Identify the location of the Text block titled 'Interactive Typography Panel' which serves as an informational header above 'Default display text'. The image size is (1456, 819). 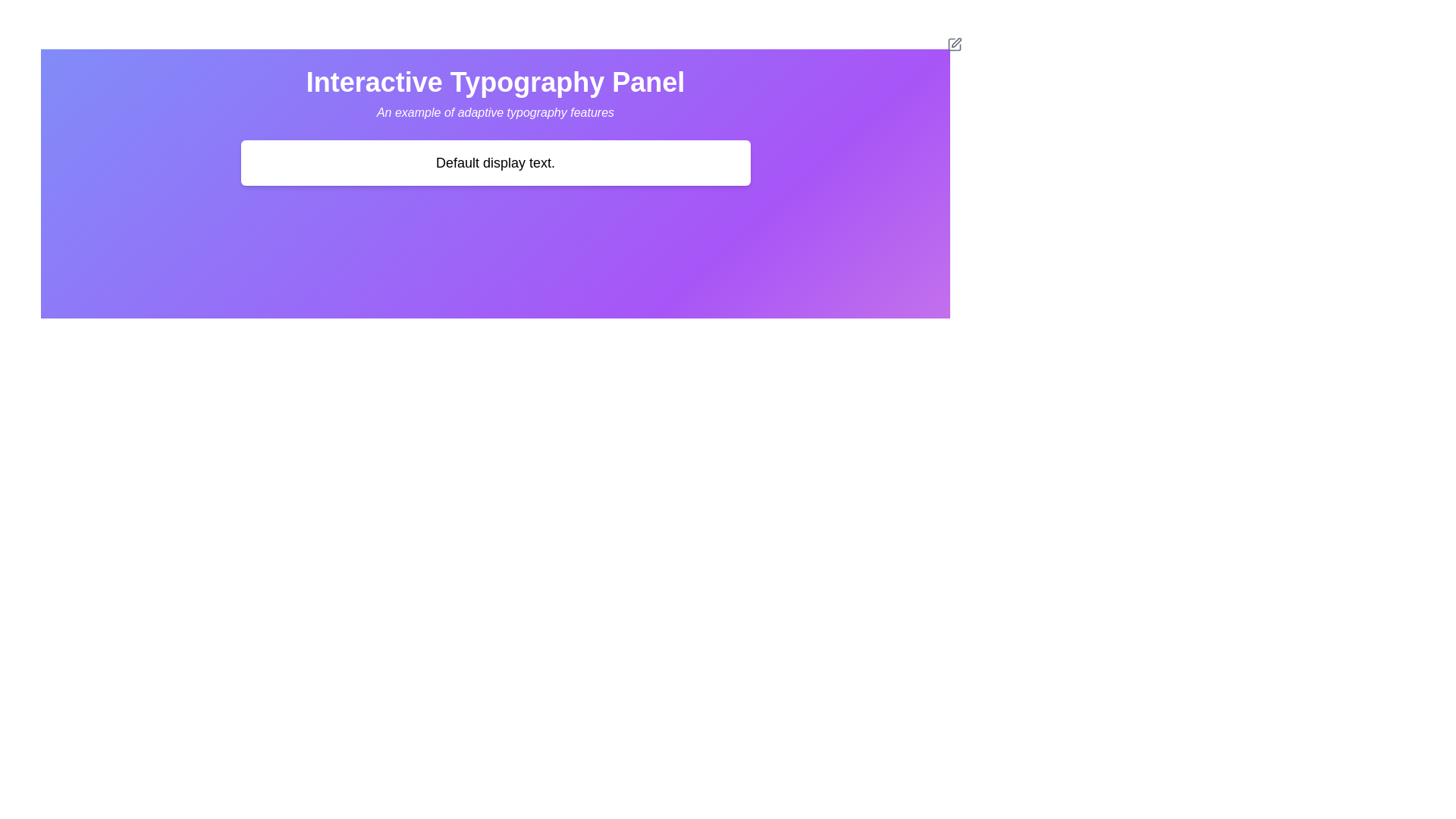
(495, 94).